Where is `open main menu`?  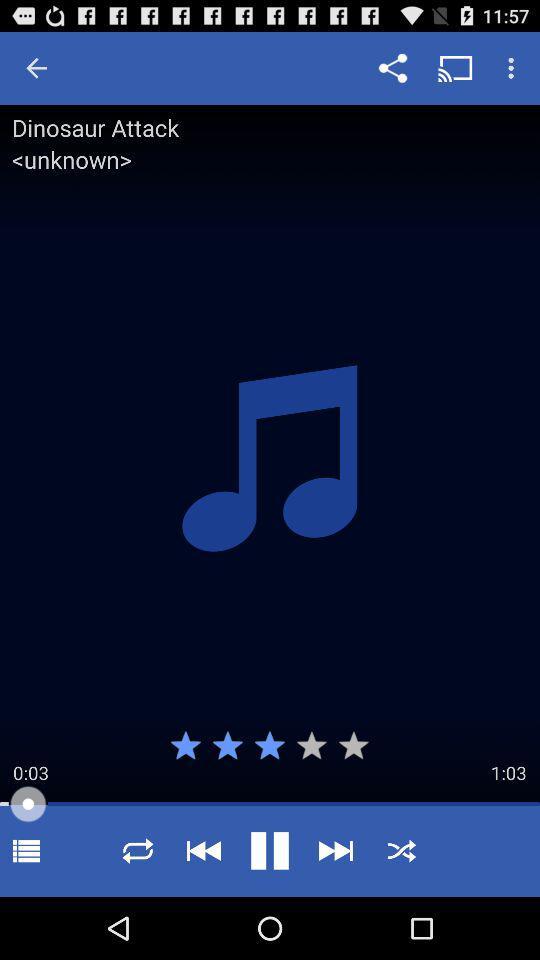
open main menu is located at coordinates (25, 850).